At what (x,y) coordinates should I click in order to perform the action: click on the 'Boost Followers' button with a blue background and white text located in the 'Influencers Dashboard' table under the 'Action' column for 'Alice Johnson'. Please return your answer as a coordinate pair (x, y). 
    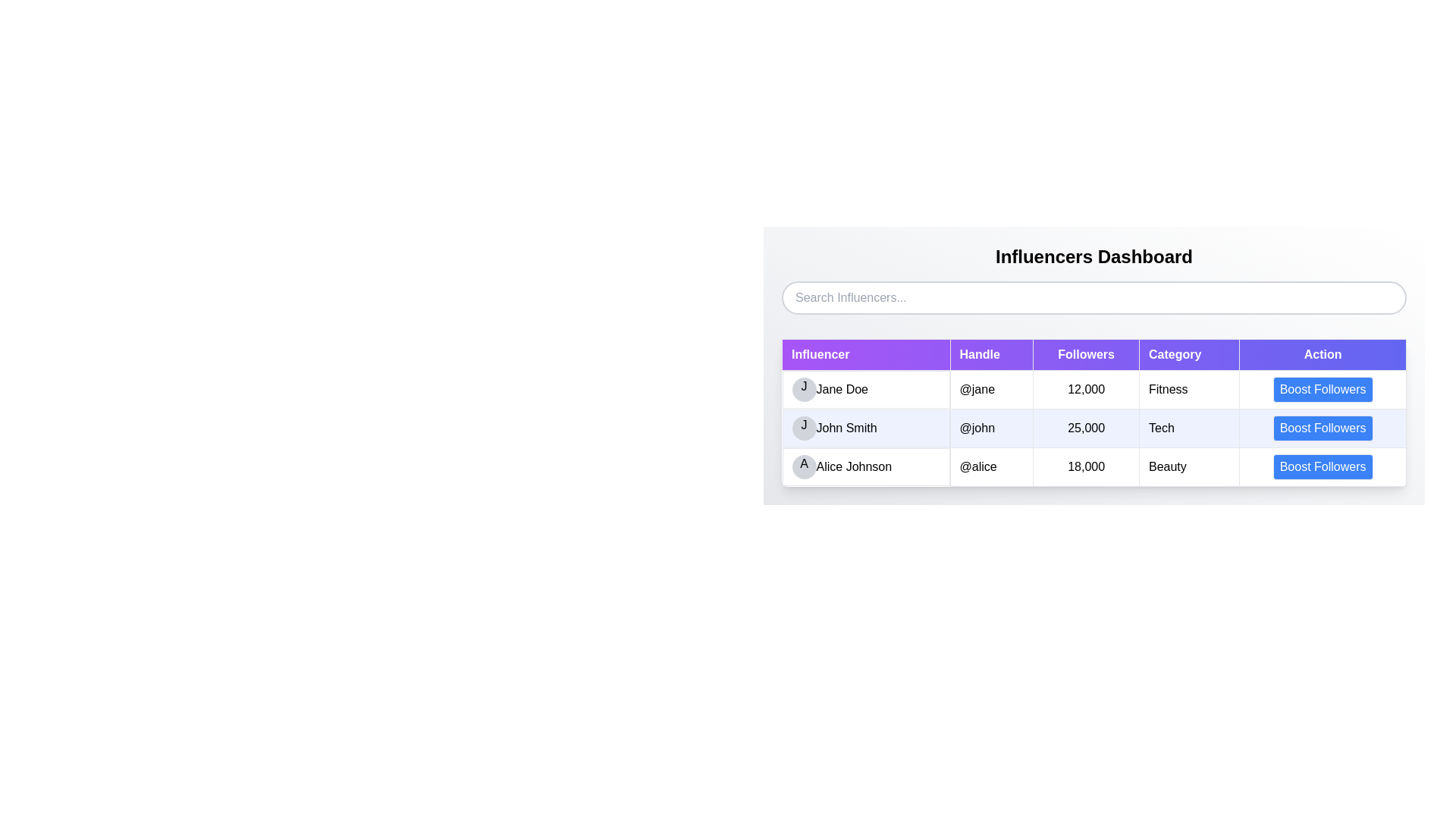
    Looking at the image, I should click on (1322, 466).